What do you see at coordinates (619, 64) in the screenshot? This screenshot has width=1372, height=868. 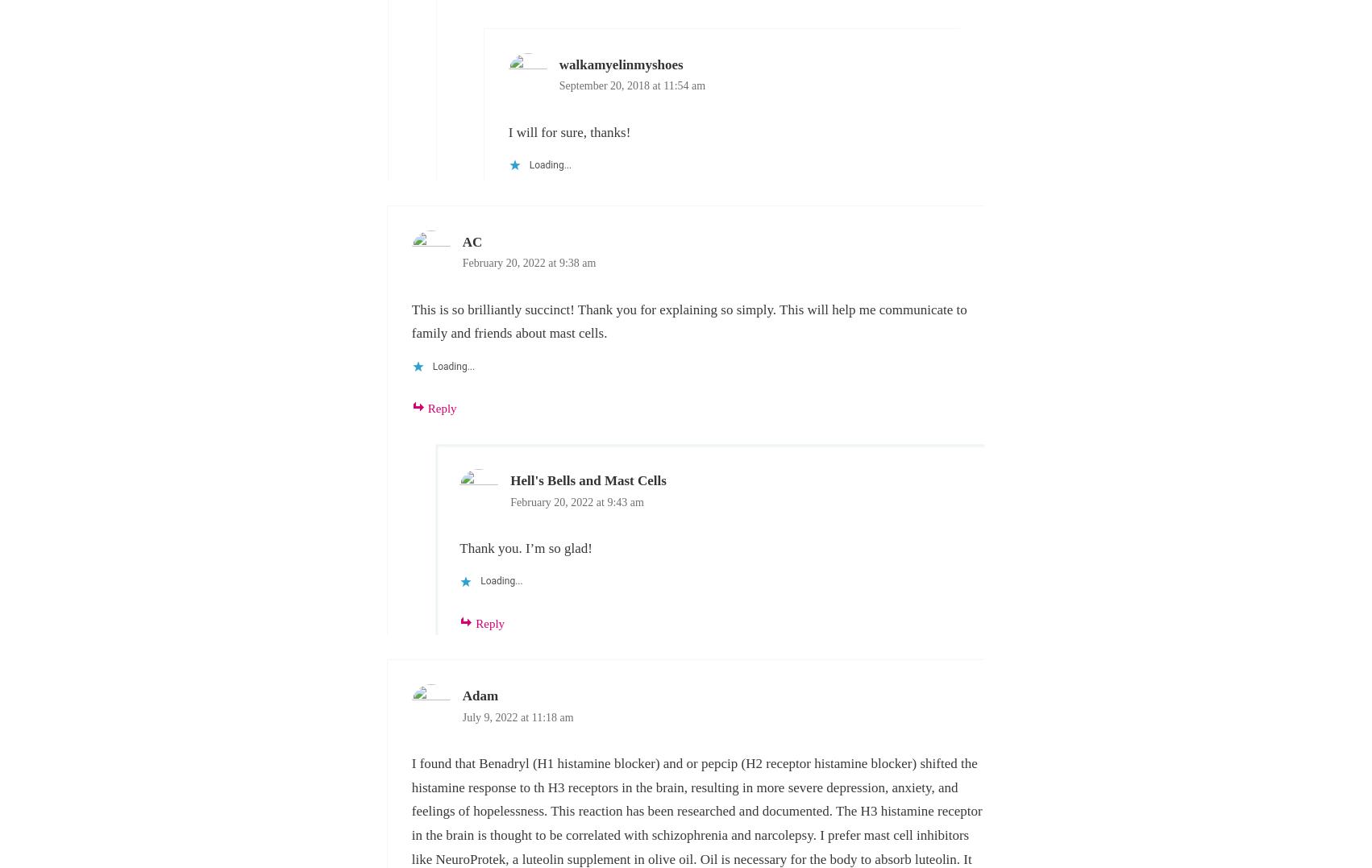 I see `'walkamyelinmyshoes'` at bounding box center [619, 64].